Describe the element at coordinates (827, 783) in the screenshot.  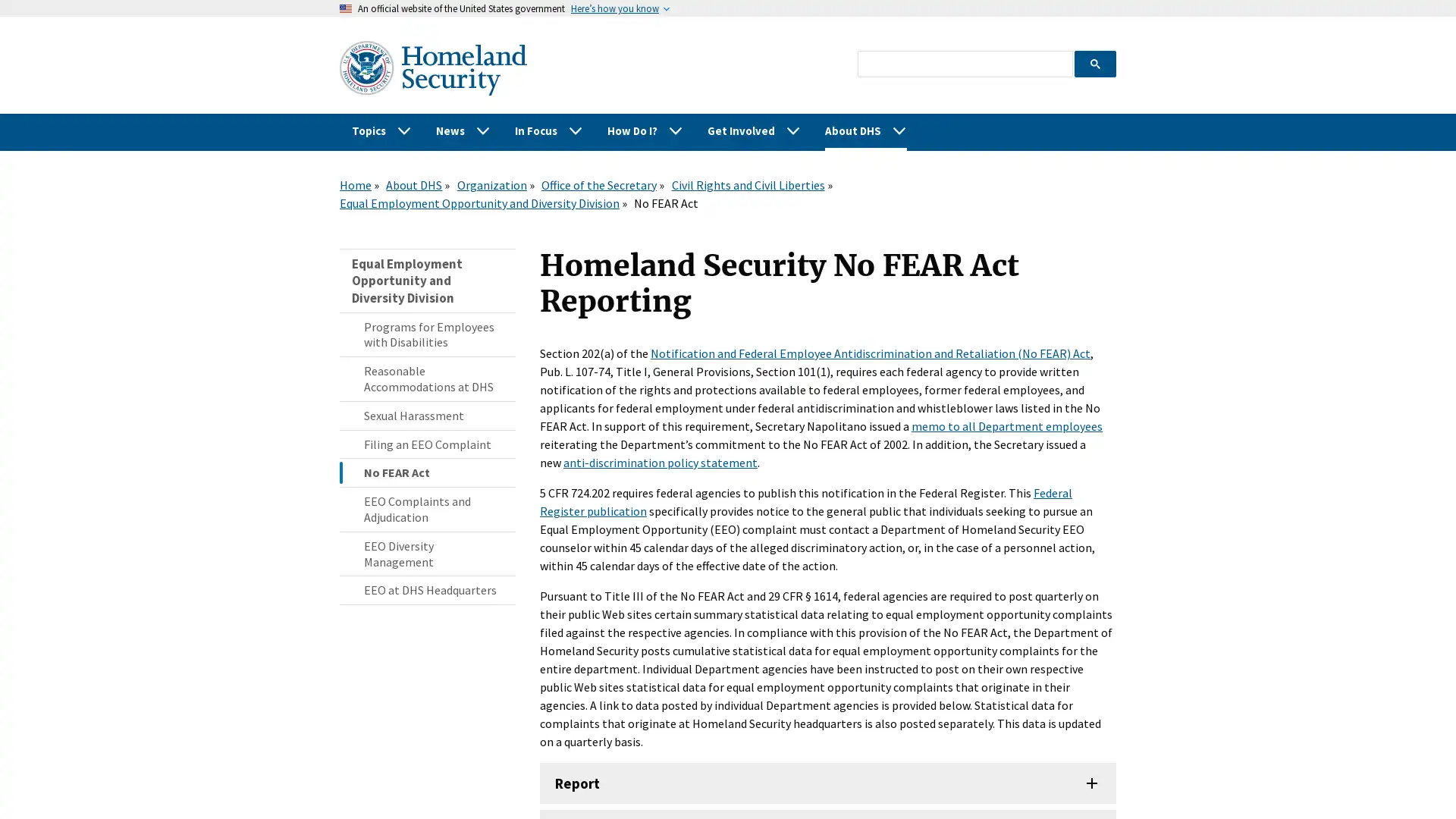
I see `Report` at that location.